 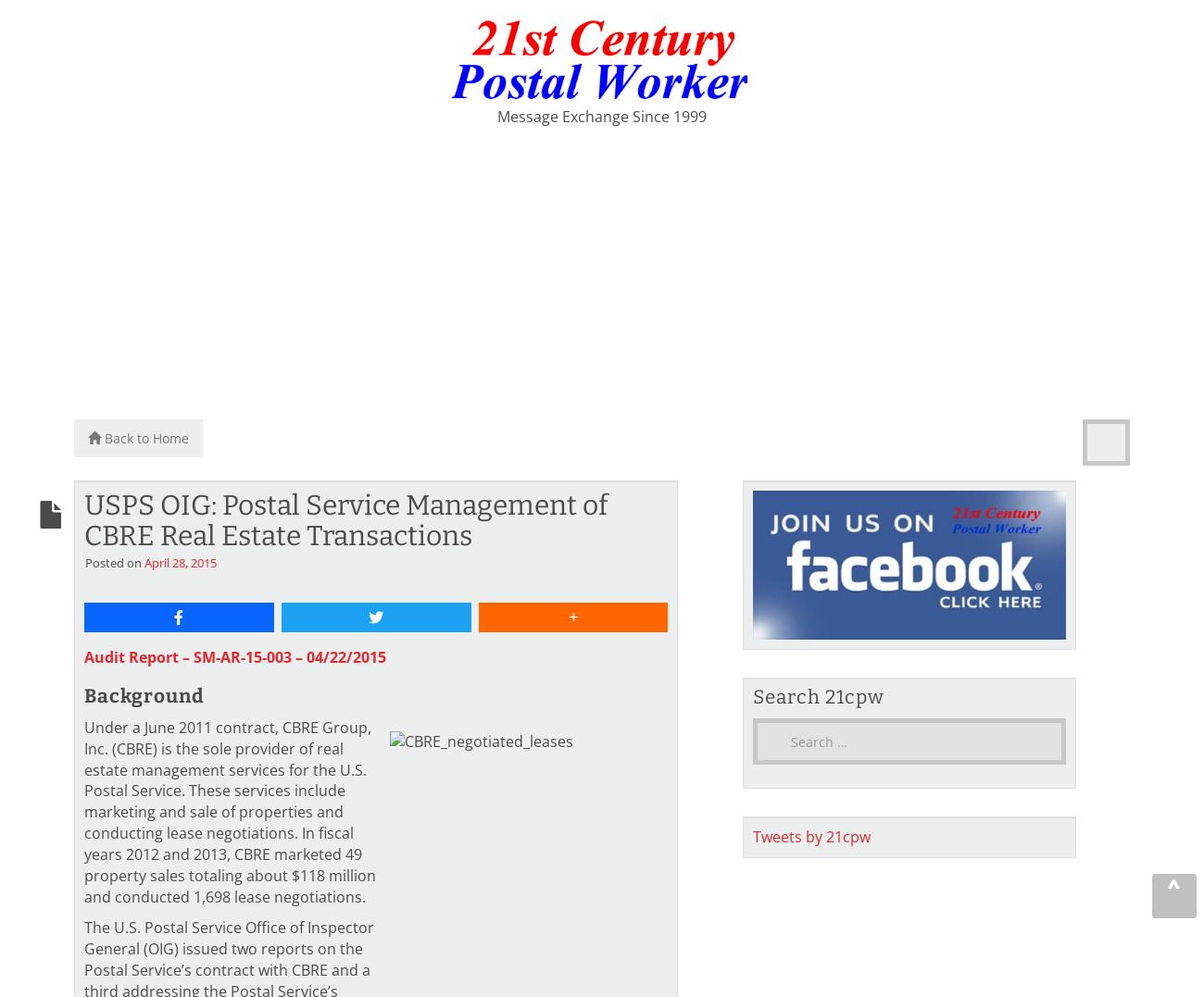 I want to click on 'Under a June 2011 contract, CBRE Group, Inc. (CBRE) is the sole provider of real estate management services for the U.S. Postal Service. These services include marketing and sale of properties and conducting lease negotiations. In fiscal years 2012 and 2013, CBRE marketed 49 property sales totaling about $118 million and conducted 1,698 lease negotiations.', so click(x=229, y=811).